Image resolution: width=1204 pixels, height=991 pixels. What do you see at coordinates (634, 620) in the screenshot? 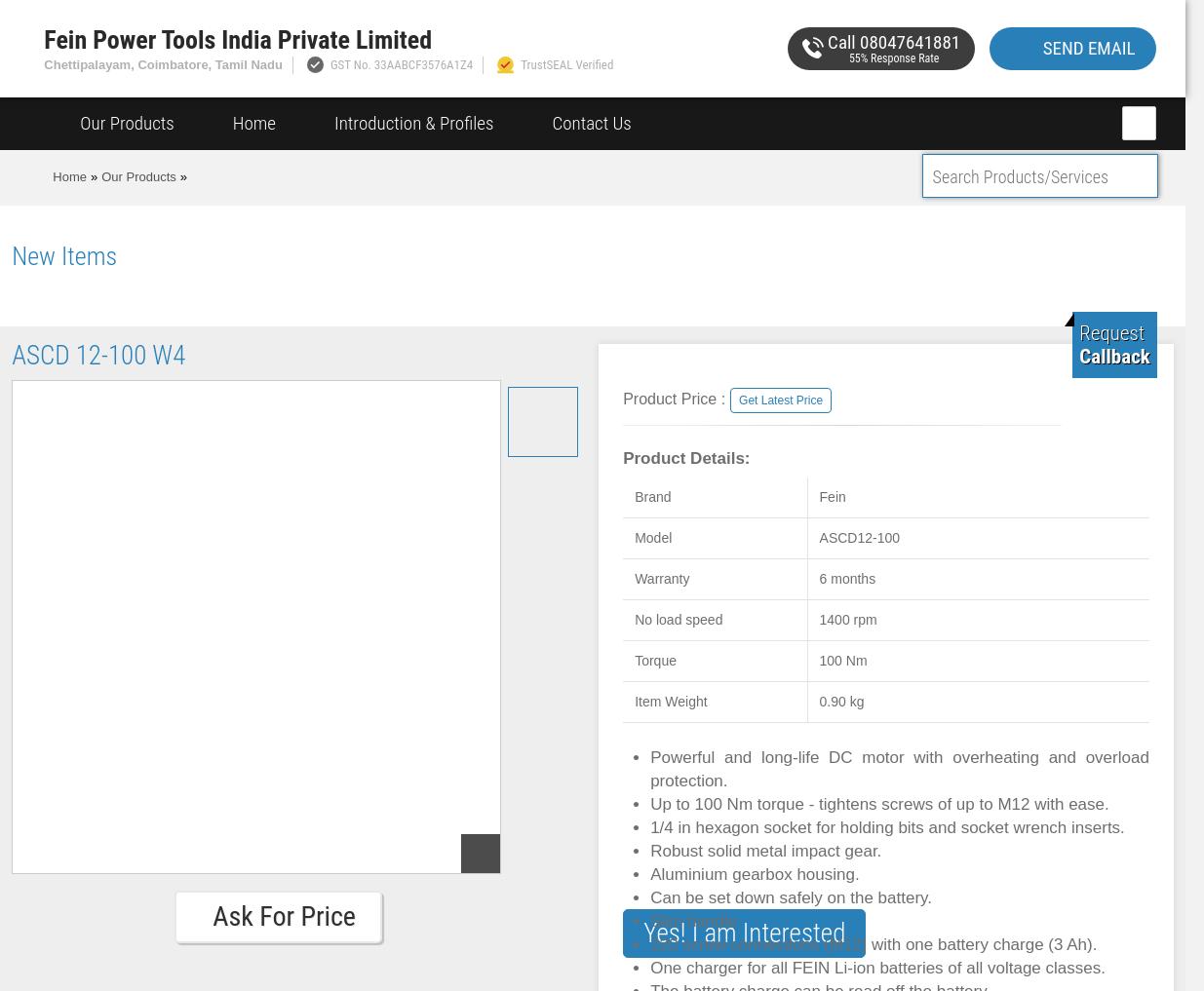
I see `'No load speed'` at bounding box center [634, 620].